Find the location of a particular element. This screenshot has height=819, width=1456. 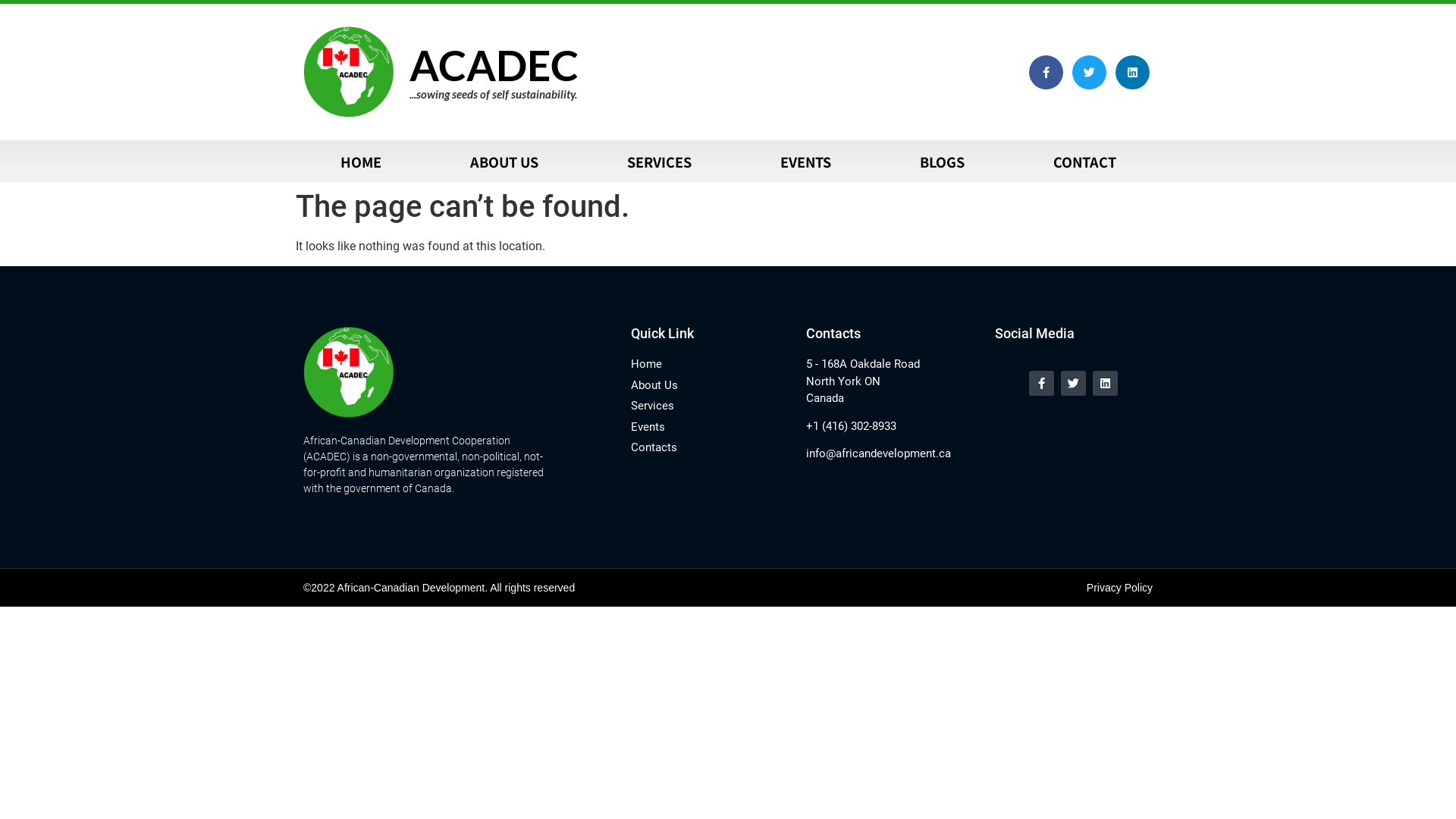

'SERVICES' is located at coordinates (658, 161).